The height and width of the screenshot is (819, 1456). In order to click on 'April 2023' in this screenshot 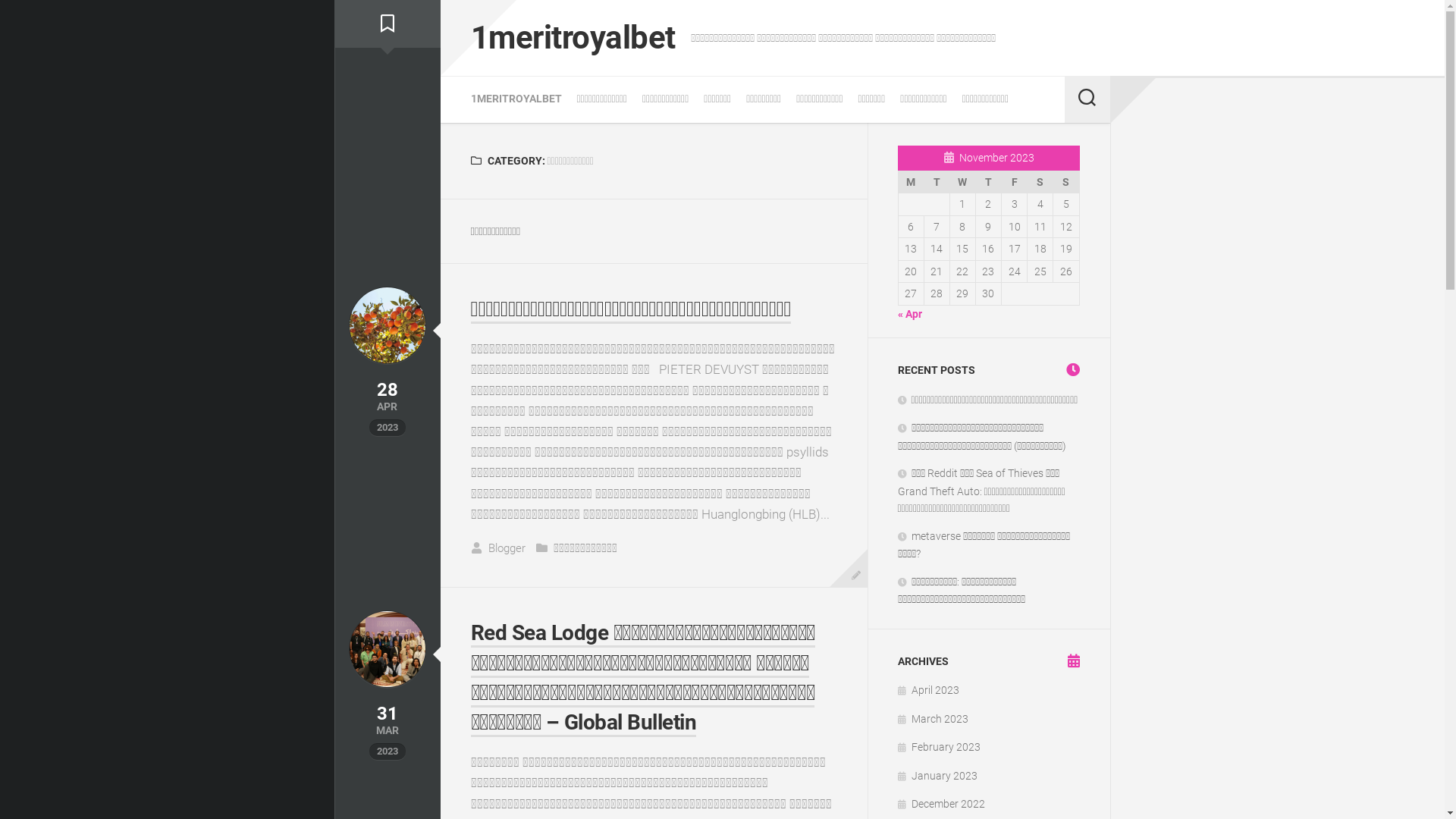, I will do `click(898, 690)`.